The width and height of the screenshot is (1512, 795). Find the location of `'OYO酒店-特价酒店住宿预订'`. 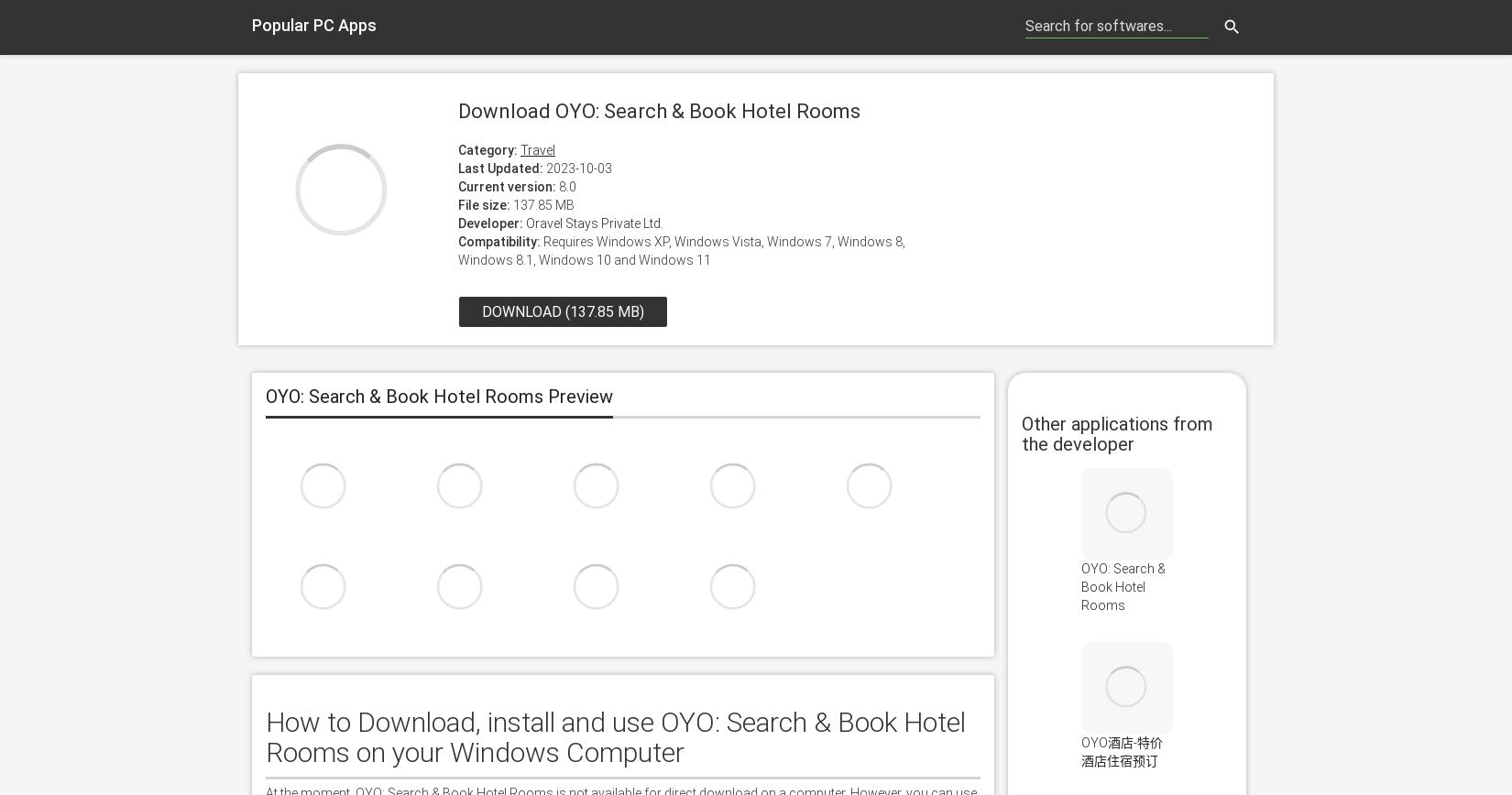

'OYO酒店-特价酒店住宿预订' is located at coordinates (1122, 752).